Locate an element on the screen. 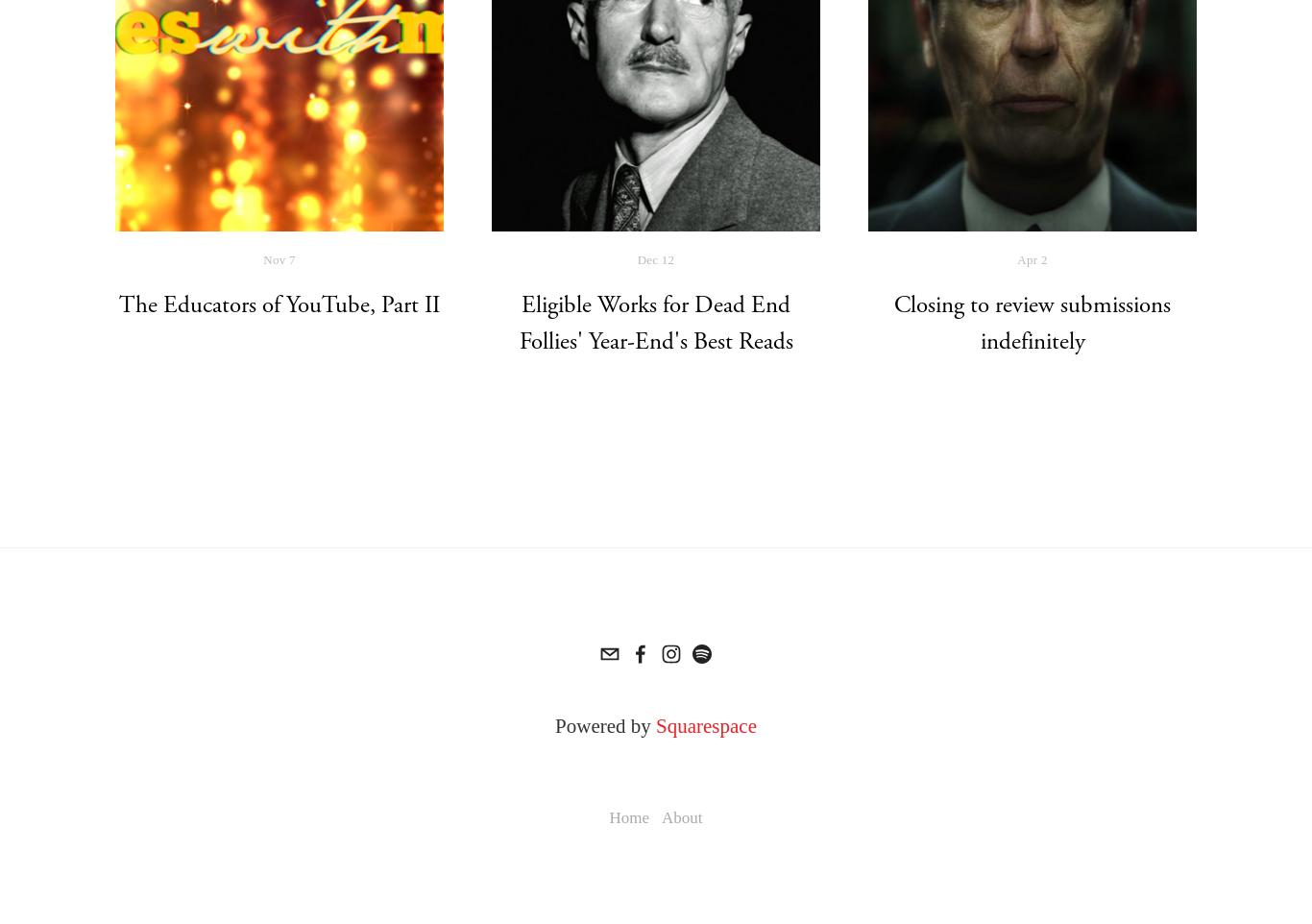 The image size is (1312, 924). '7' is located at coordinates (291, 258).